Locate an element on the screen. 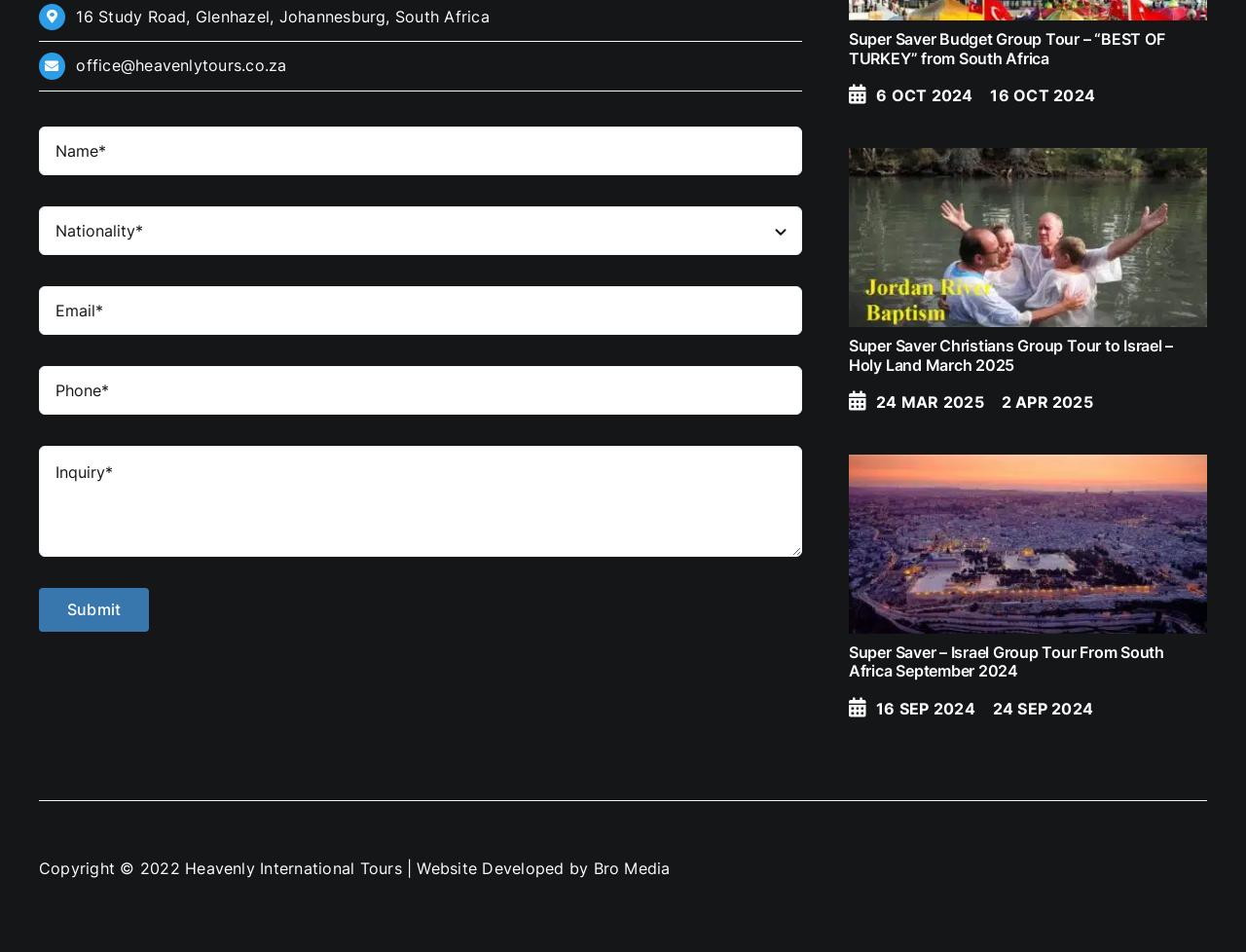  'Copyright © 2022 Heavenly International Tours | Website Developed by' is located at coordinates (38, 867).